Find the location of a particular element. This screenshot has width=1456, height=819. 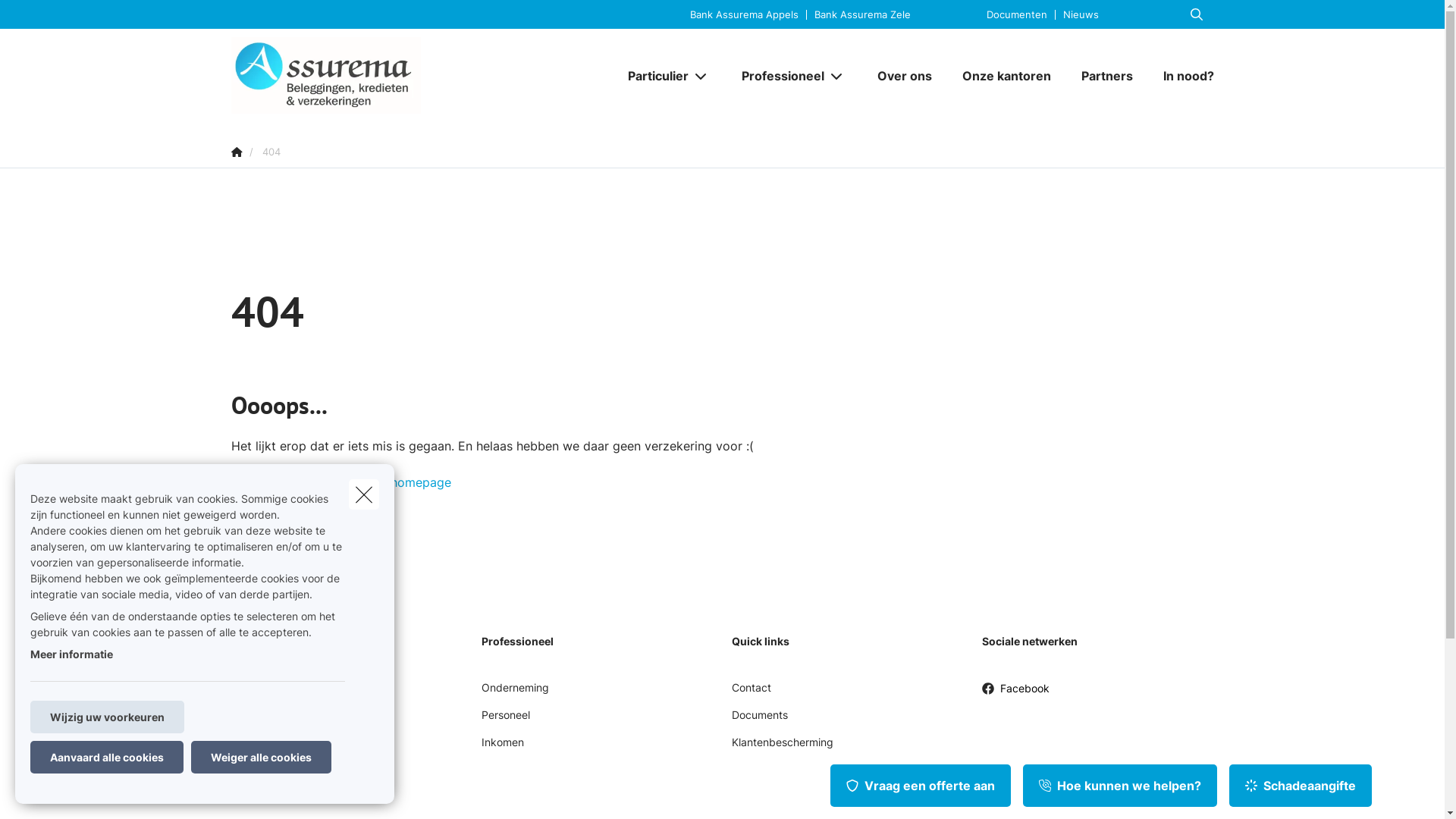

'Aanvaard alle cookies' is located at coordinates (105, 757).